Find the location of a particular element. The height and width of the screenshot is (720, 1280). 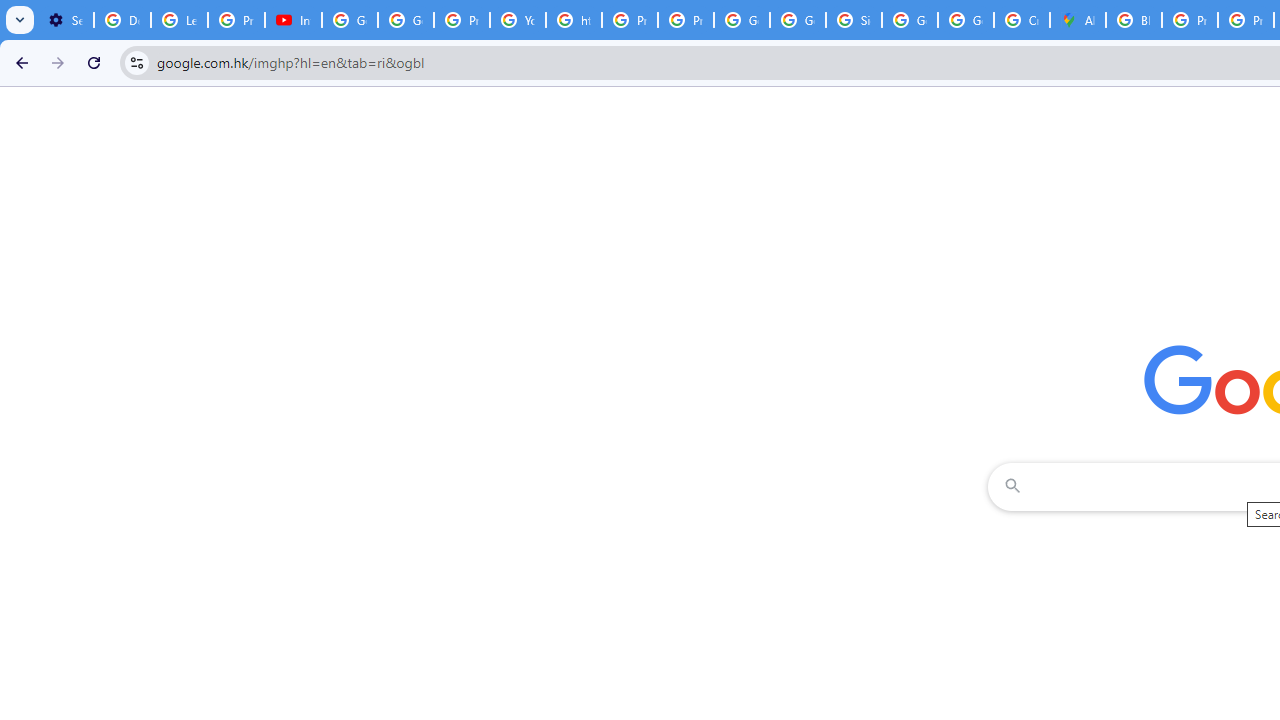

'Introduction | Google Privacy Policy - YouTube' is located at coordinates (292, 20).